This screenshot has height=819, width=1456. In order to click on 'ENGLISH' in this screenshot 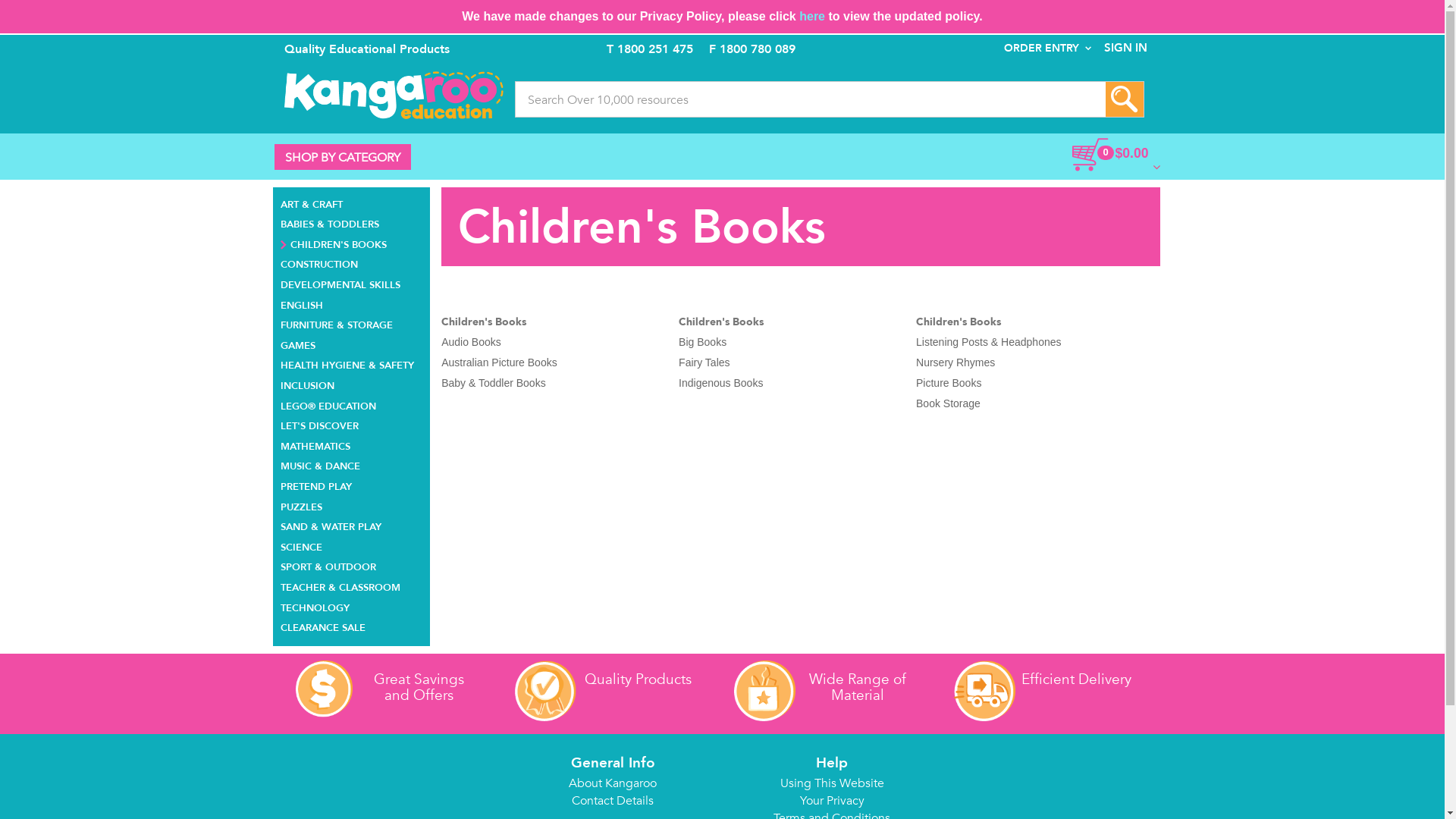, I will do `click(280, 303)`.